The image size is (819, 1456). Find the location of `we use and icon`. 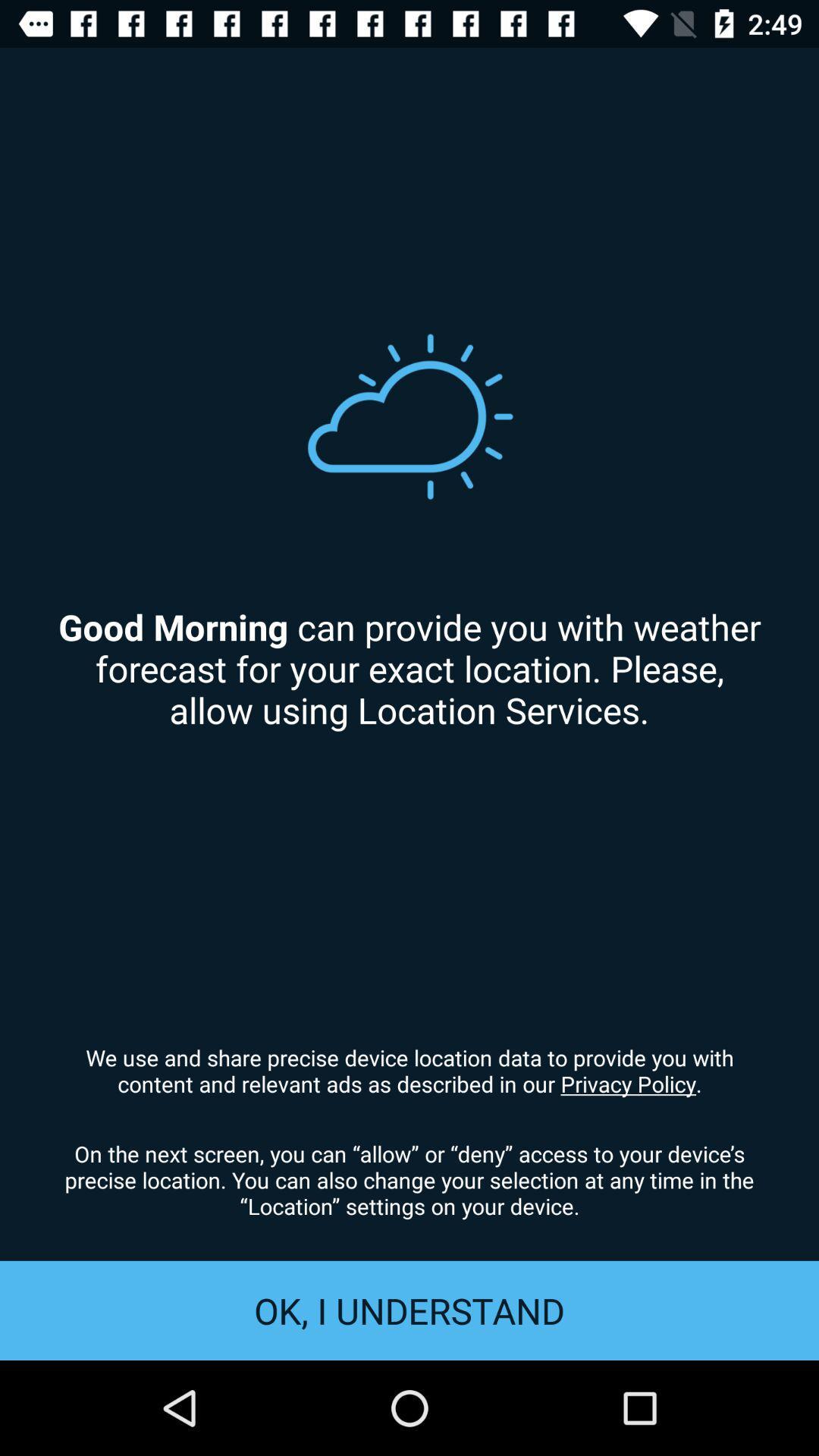

we use and icon is located at coordinates (409, 1069).